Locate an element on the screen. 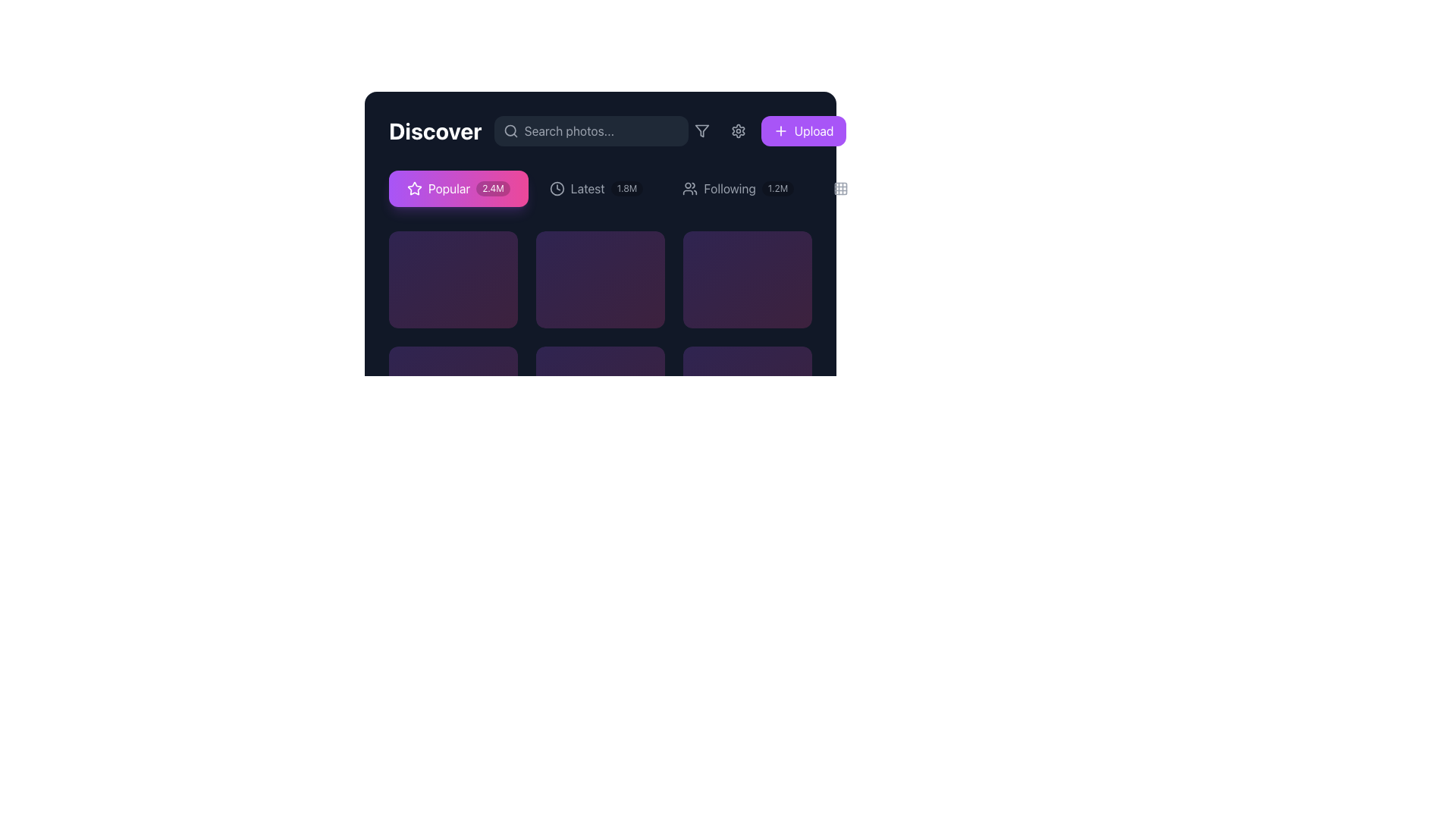  to activate the 'Latest' category in the Navigation Menu, which is located beneath the main navigation header and is the second horizontal section with options including 'Popular', 'Latest', 'Following', and 'Collections' is located at coordinates (600, 188).